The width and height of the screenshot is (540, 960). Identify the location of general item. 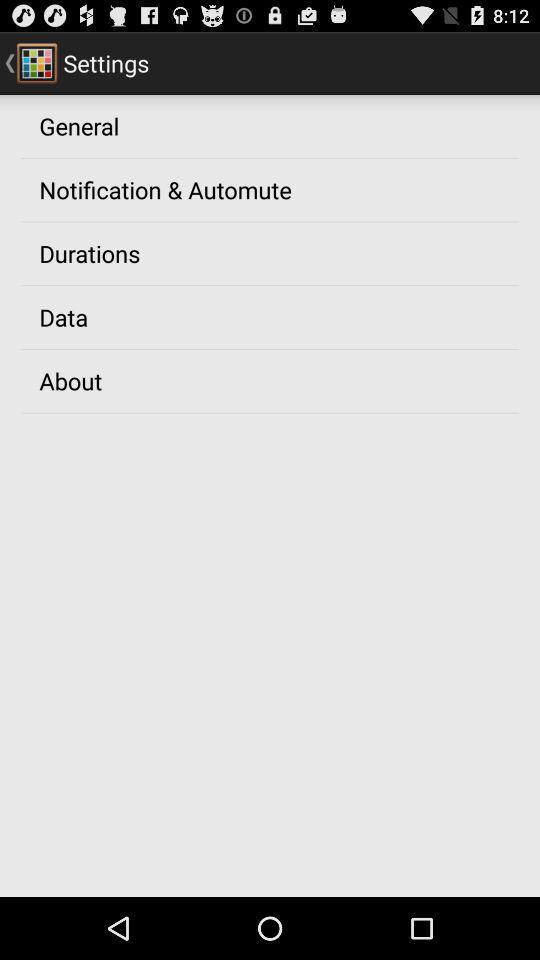
(78, 124).